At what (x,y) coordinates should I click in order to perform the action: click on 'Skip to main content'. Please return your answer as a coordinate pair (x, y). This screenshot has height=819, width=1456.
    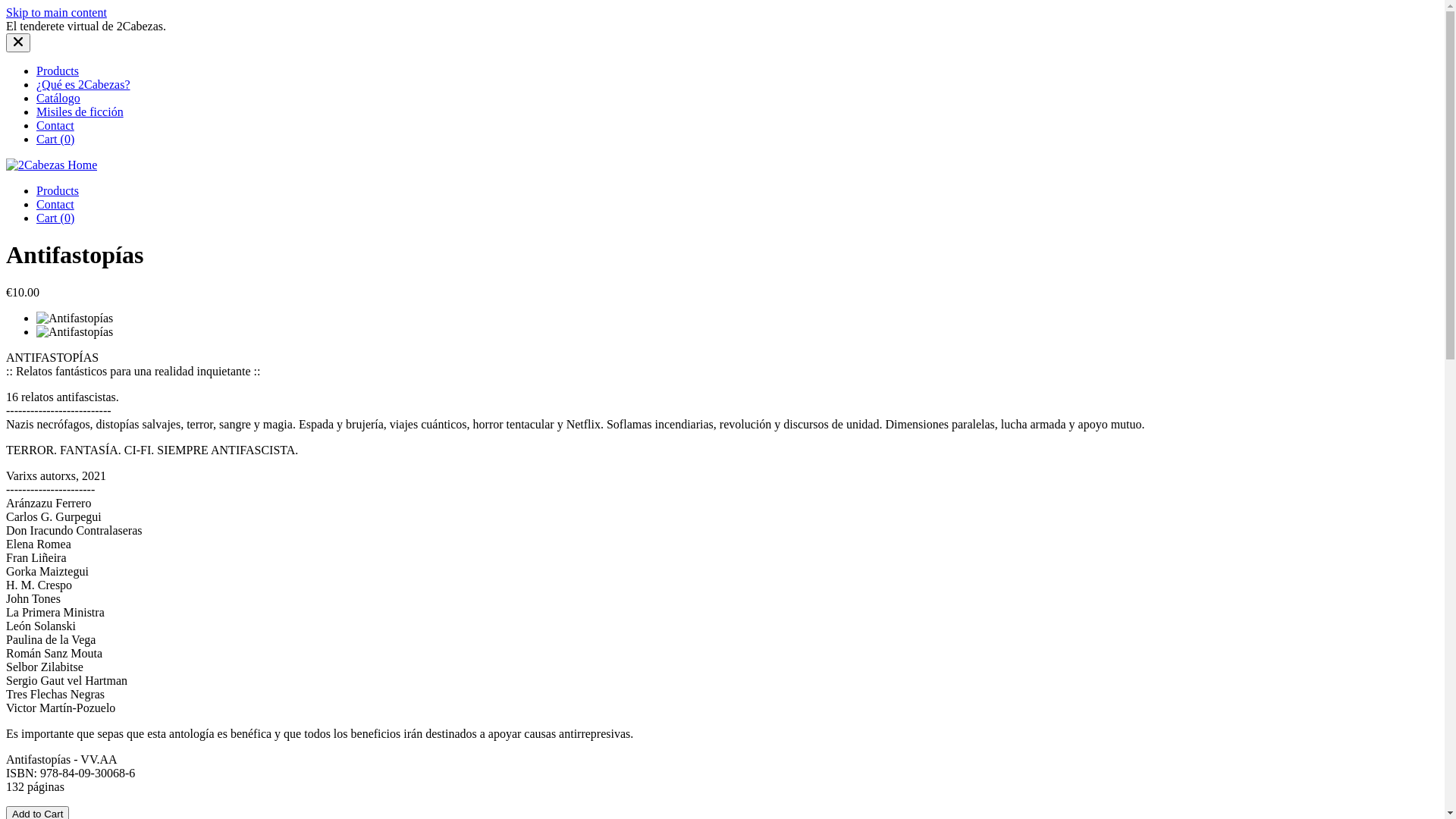
    Looking at the image, I should click on (56, 12).